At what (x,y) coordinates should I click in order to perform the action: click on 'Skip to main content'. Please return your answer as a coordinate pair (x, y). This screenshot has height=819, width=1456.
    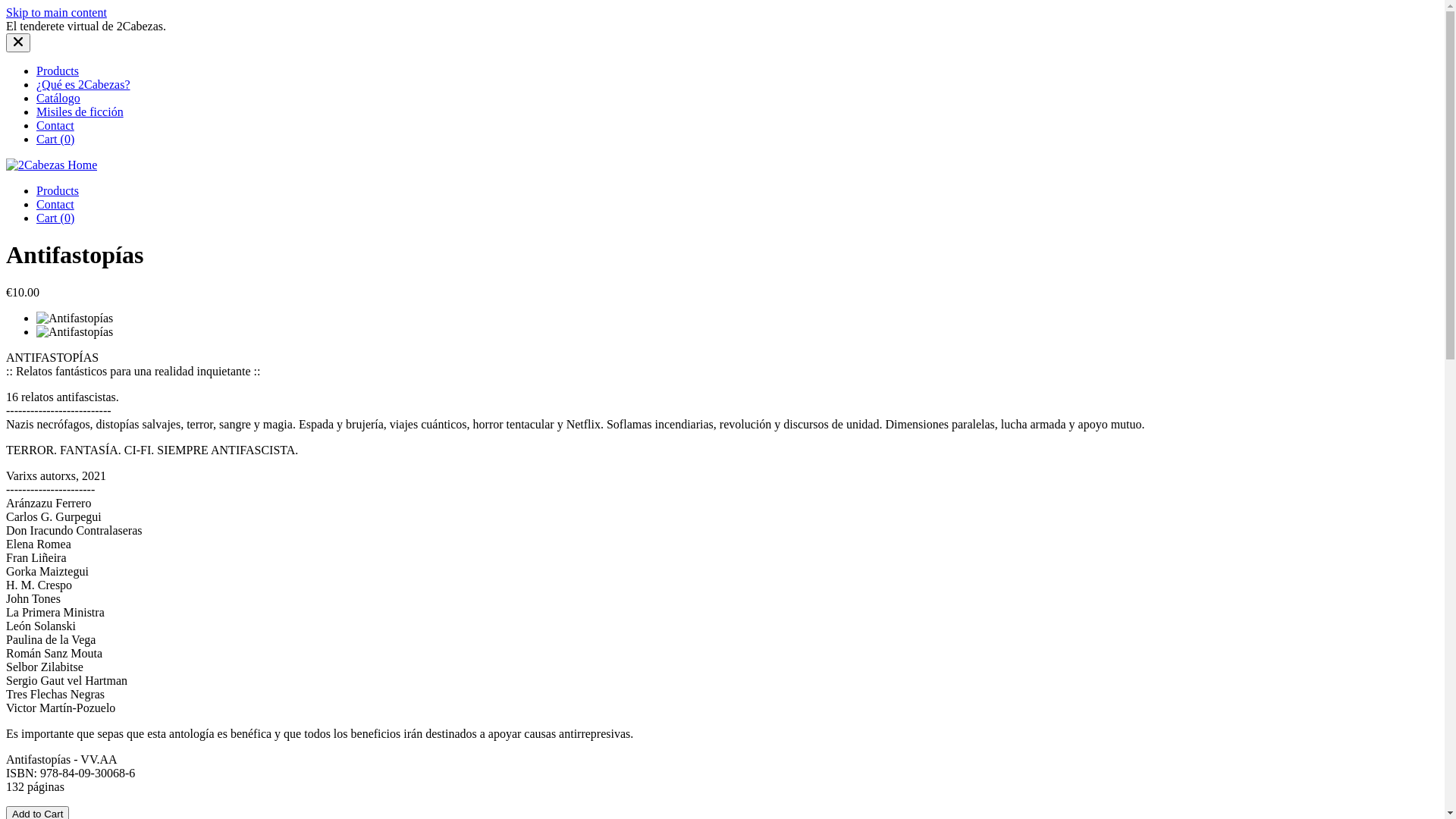
    Looking at the image, I should click on (56, 12).